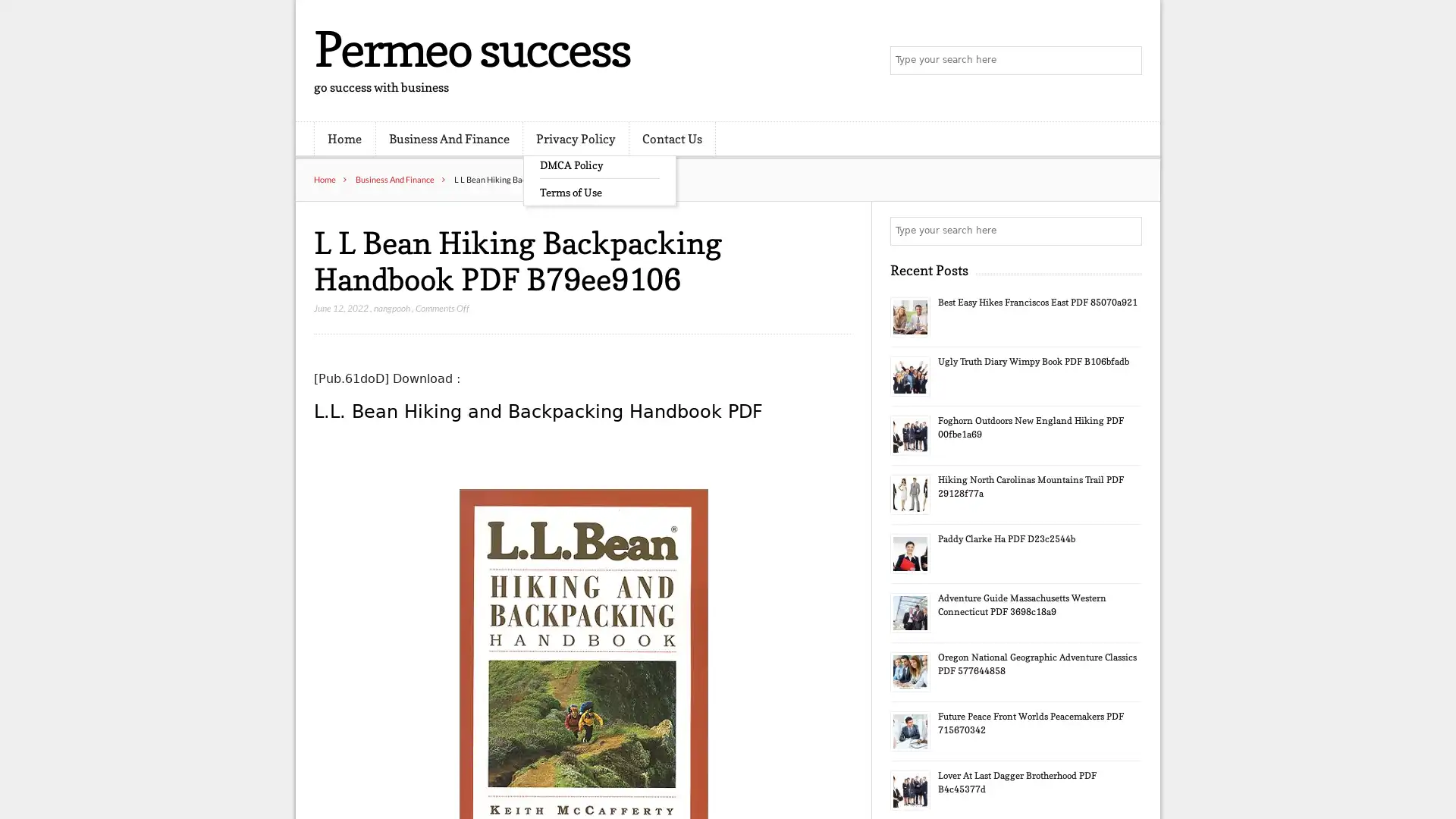 This screenshot has width=1456, height=819. Describe the element at coordinates (1126, 61) in the screenshot. I see `Search` at that location.